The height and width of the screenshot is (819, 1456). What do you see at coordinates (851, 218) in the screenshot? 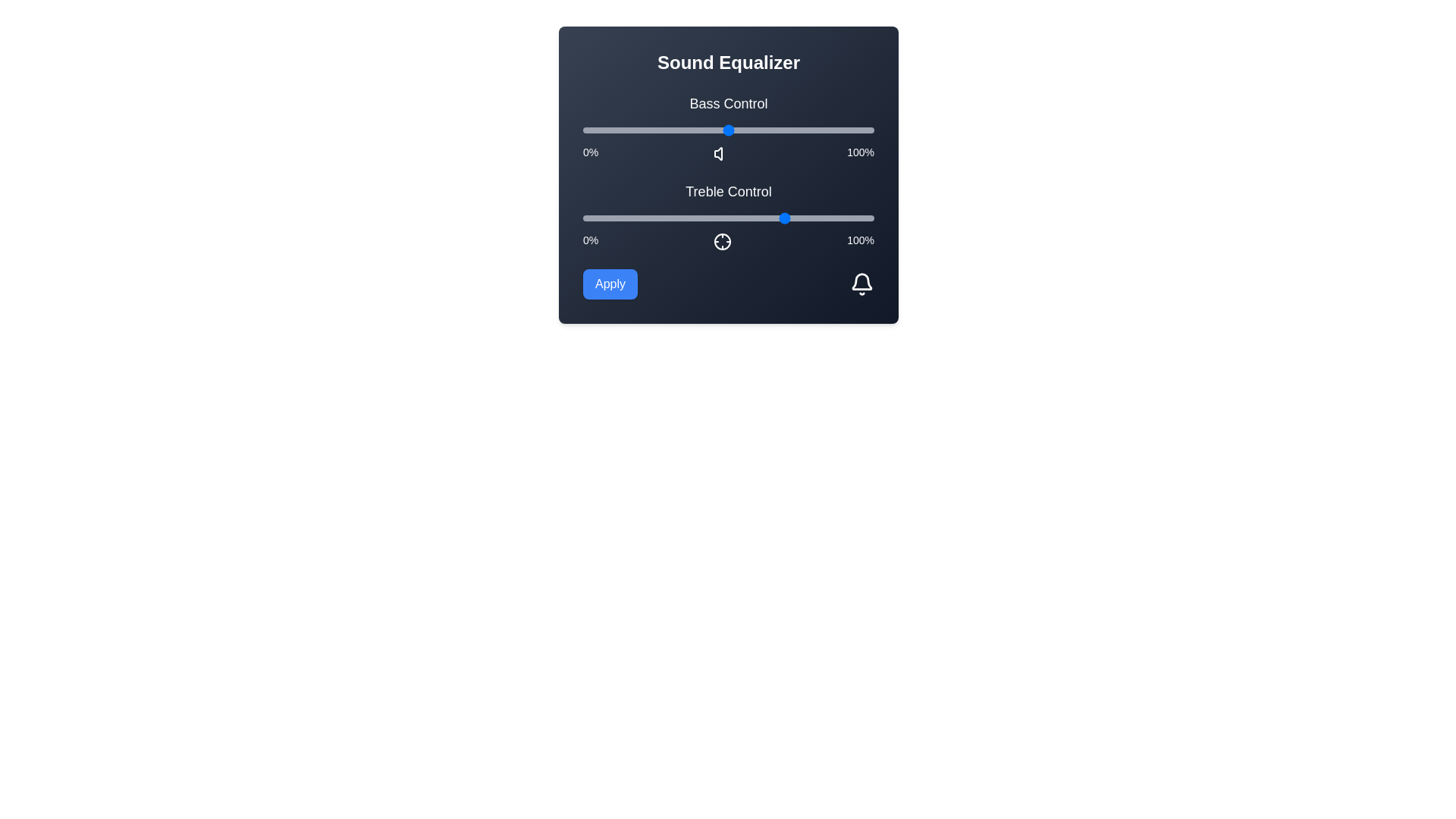
I see `the treble slider to 92%` at bounding box center [851, 218].